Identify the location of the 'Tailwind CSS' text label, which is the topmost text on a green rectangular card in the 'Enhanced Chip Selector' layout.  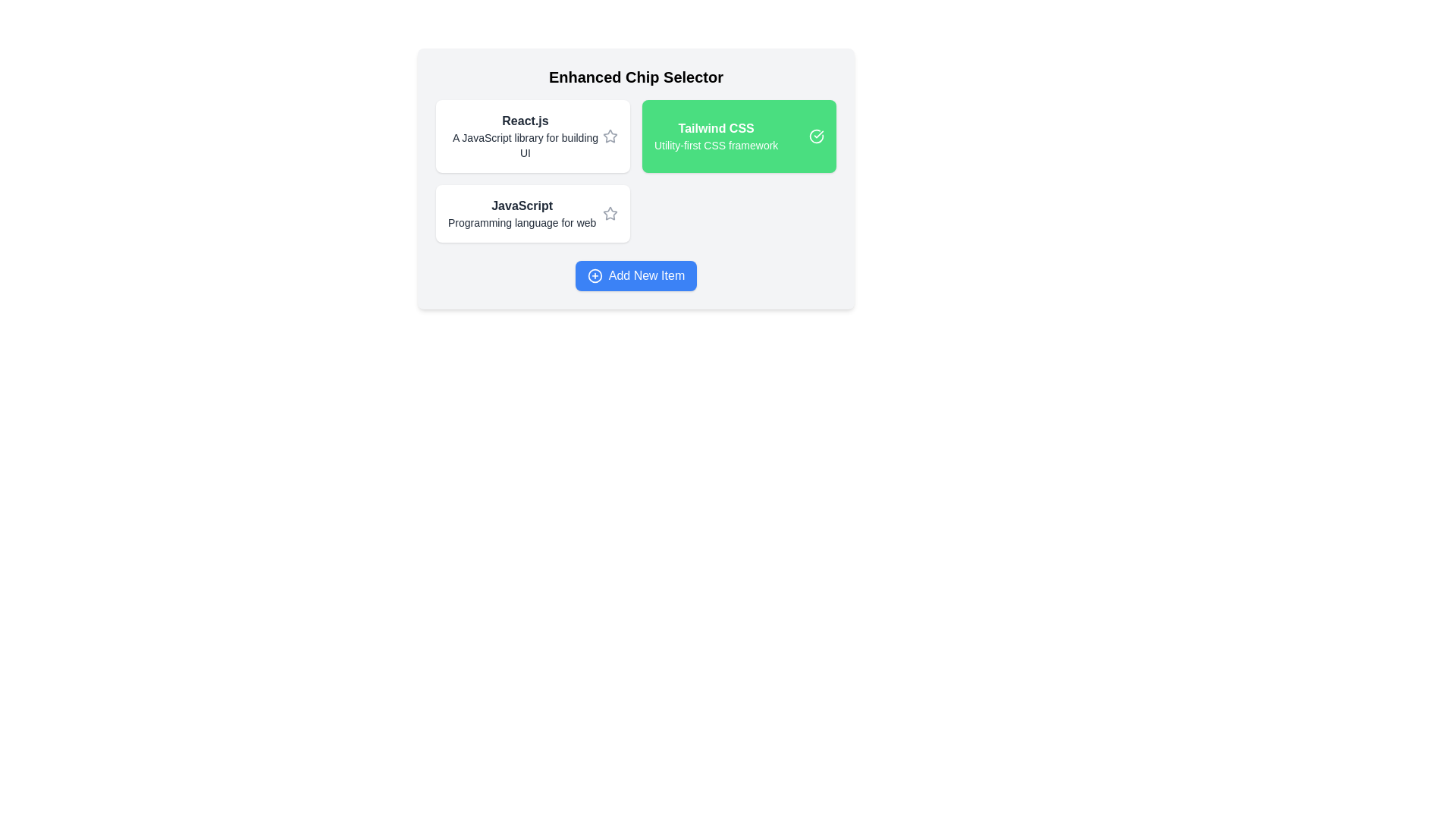
(715, 127).